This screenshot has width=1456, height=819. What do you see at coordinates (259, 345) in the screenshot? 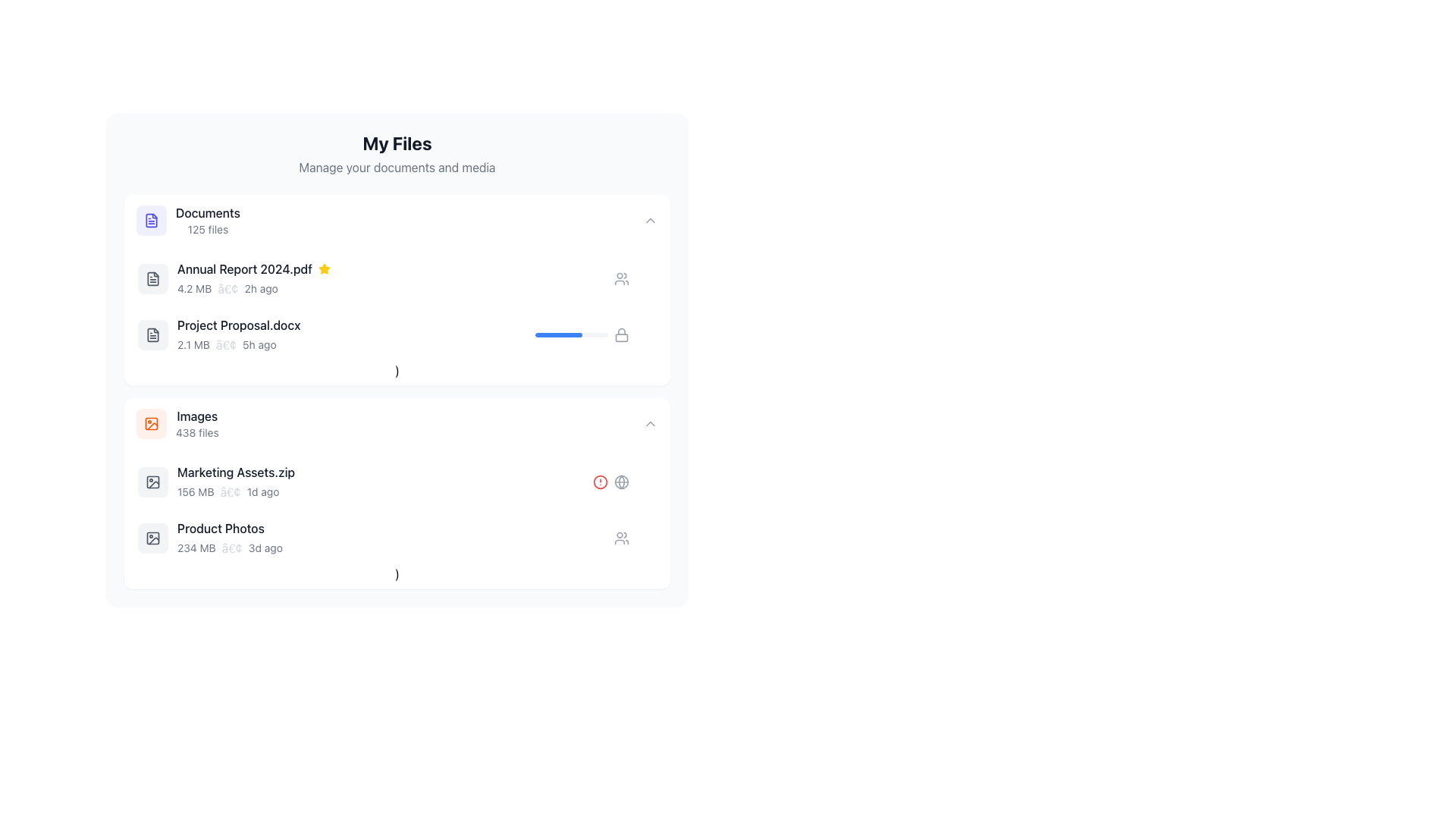
I see `the text label displaying '5h ago', which is styled as supplementary information next to other metadata elements in the Documents section` at bounding box center [259, 345].